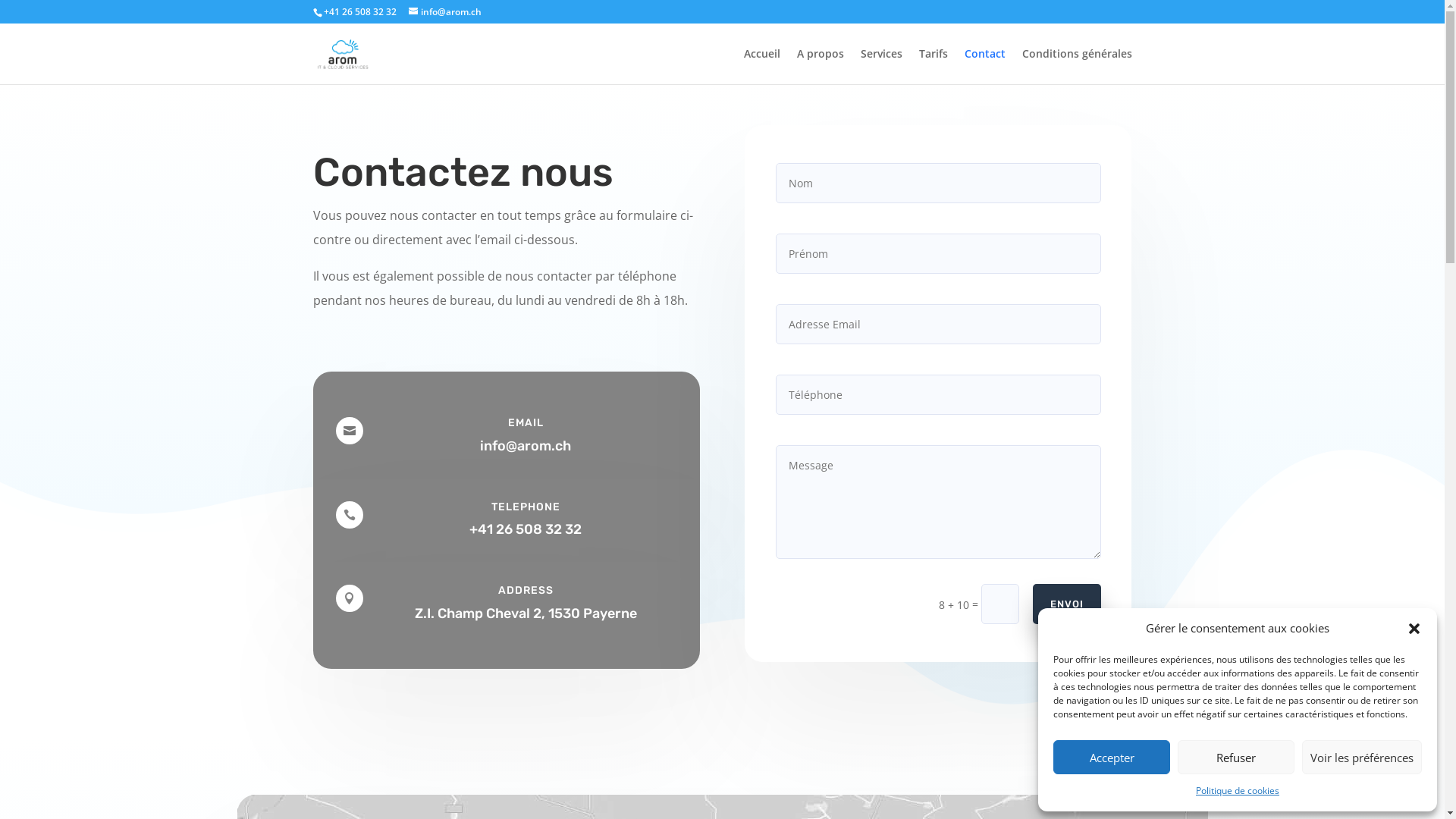 The image size is (1456, 819). I want to click on 'Contact', so click(985, 65).